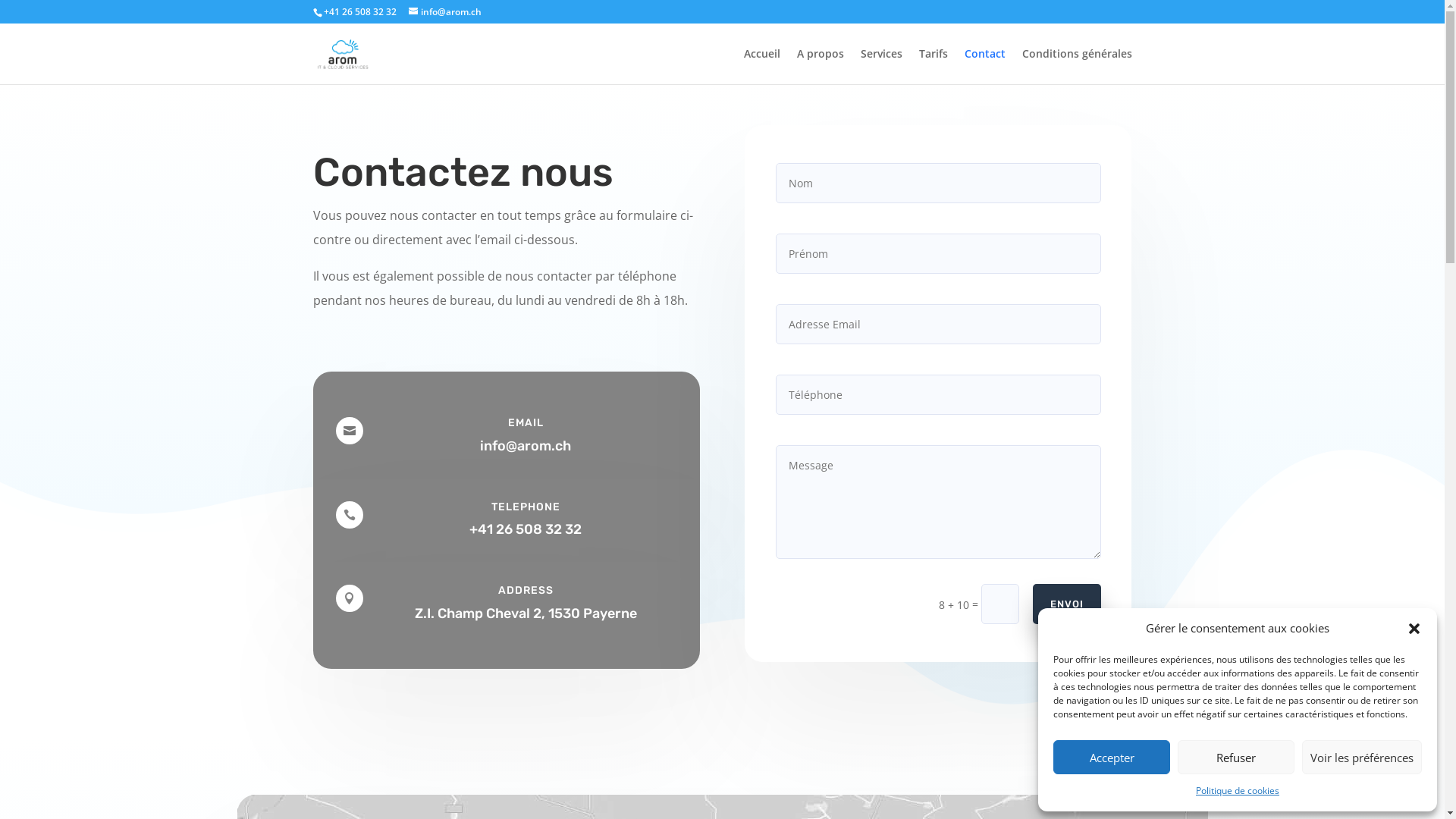 The image size is (1456, 819). I want to click on 'Contact', so click(985, 65).